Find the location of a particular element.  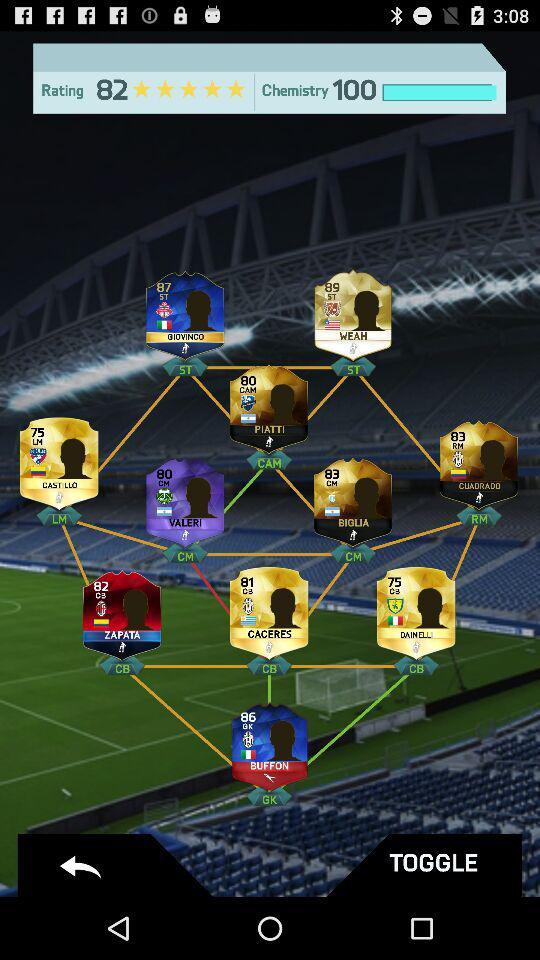

go back is located at coordinates (118, 864).